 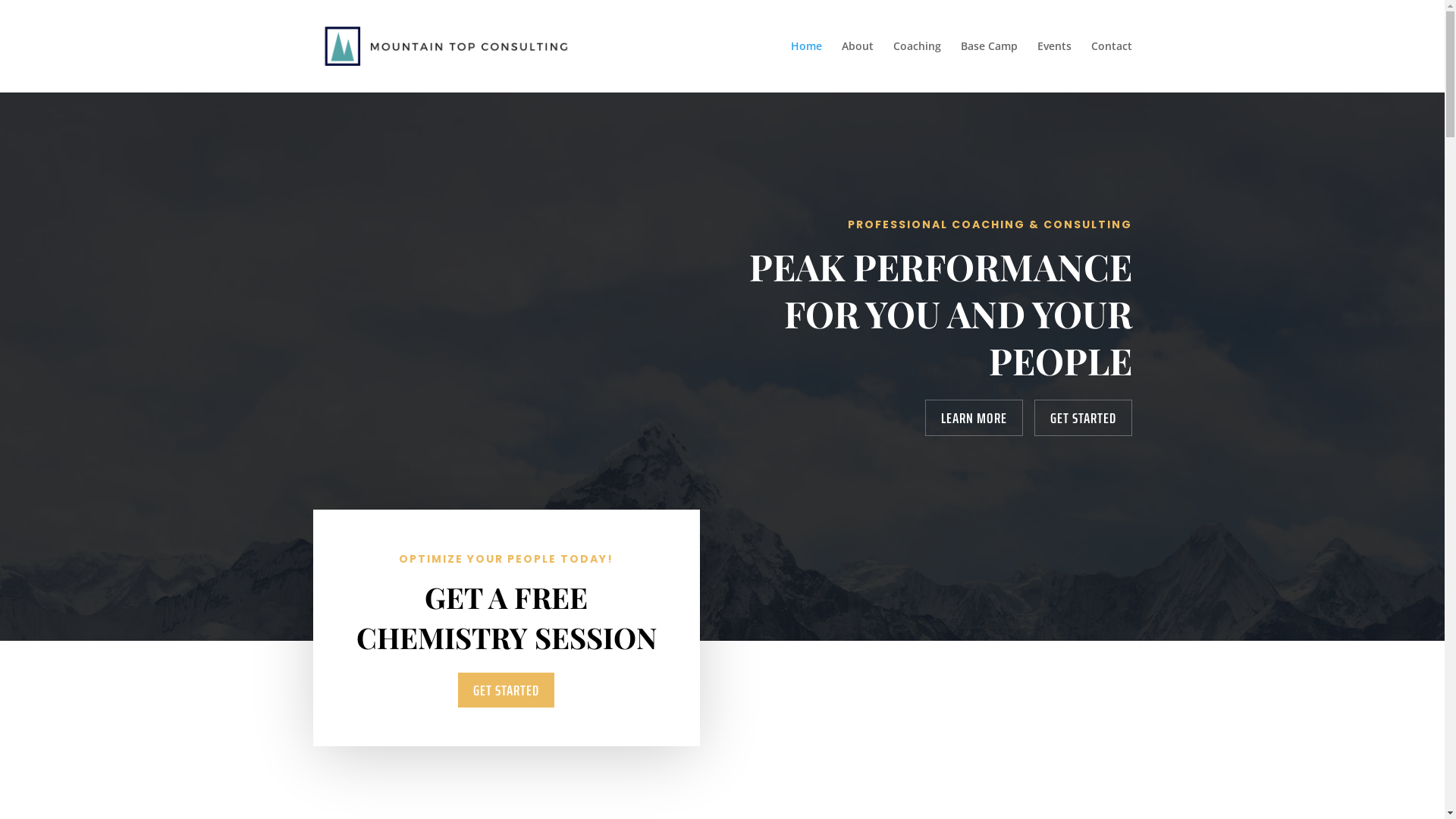 I want to click on 'LEARN MORE', so click(x=974, y=418).